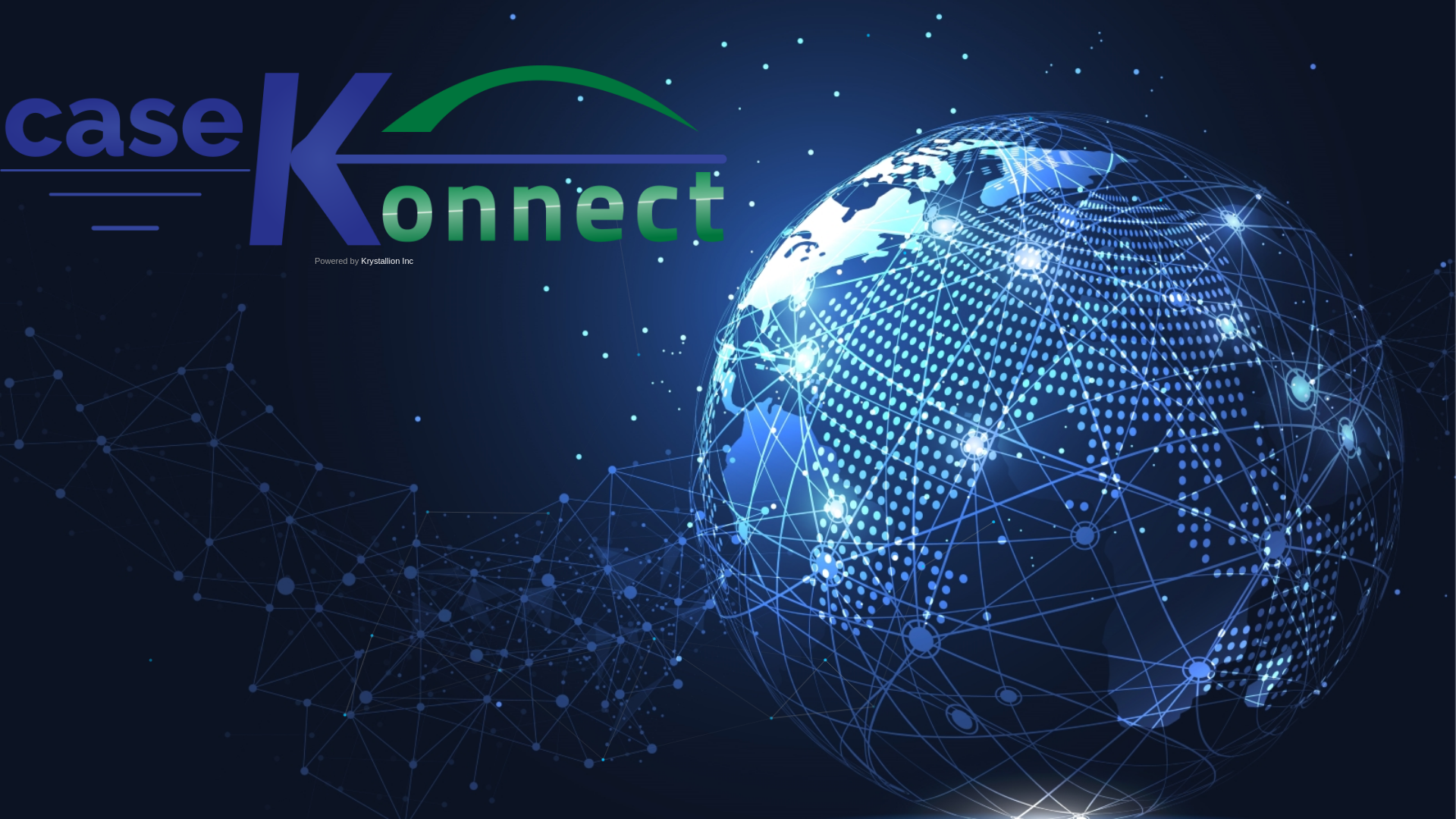  What do you see at coordinates (364, 174) in the screenshot?
I see `'Powered by Krystallion Inc'` at bounding box center [364, 174].